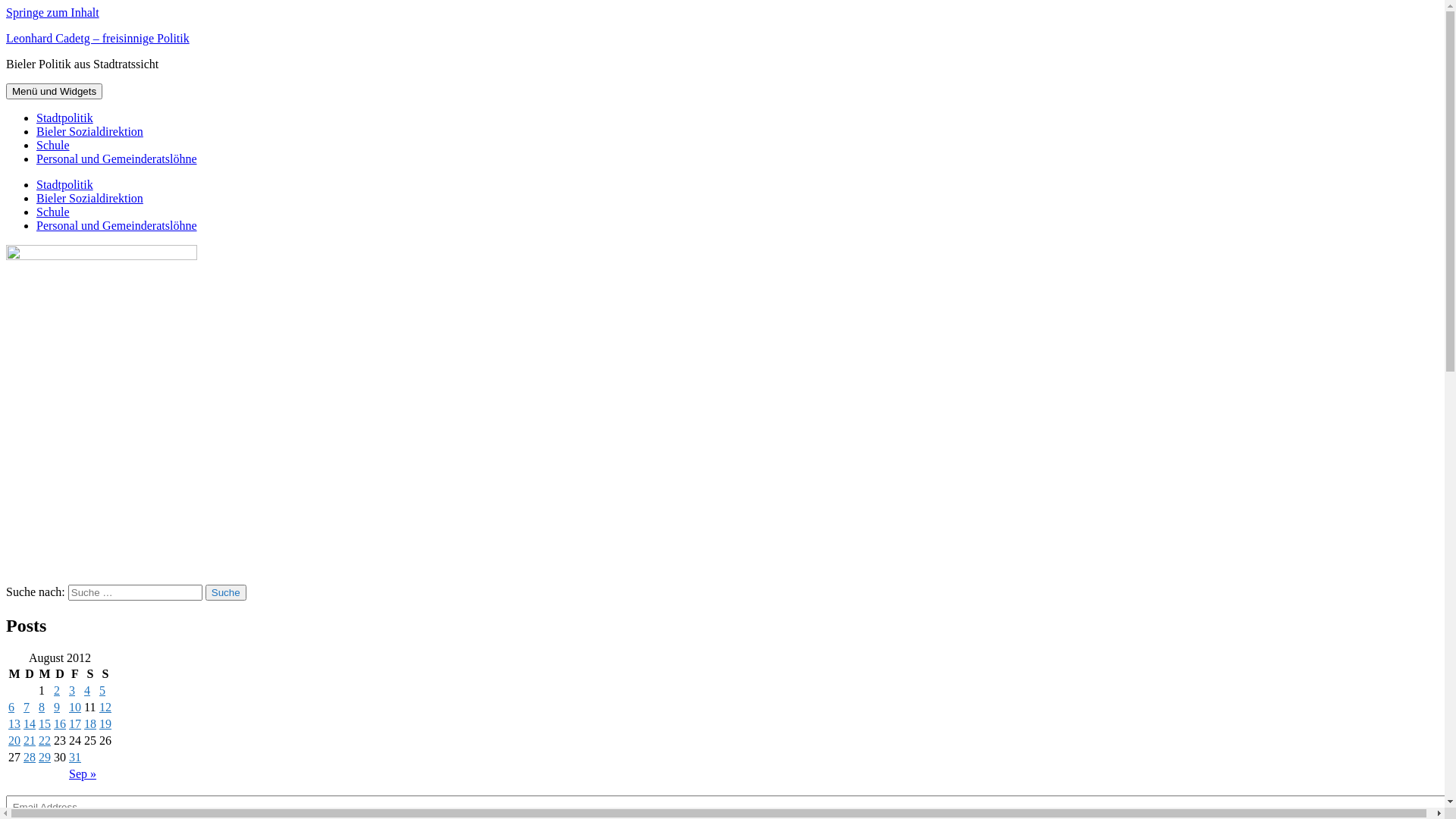  What do you see at coordinates (59, 723) in the screenshot?
I see `'16'` at bounding box center [59, 723].